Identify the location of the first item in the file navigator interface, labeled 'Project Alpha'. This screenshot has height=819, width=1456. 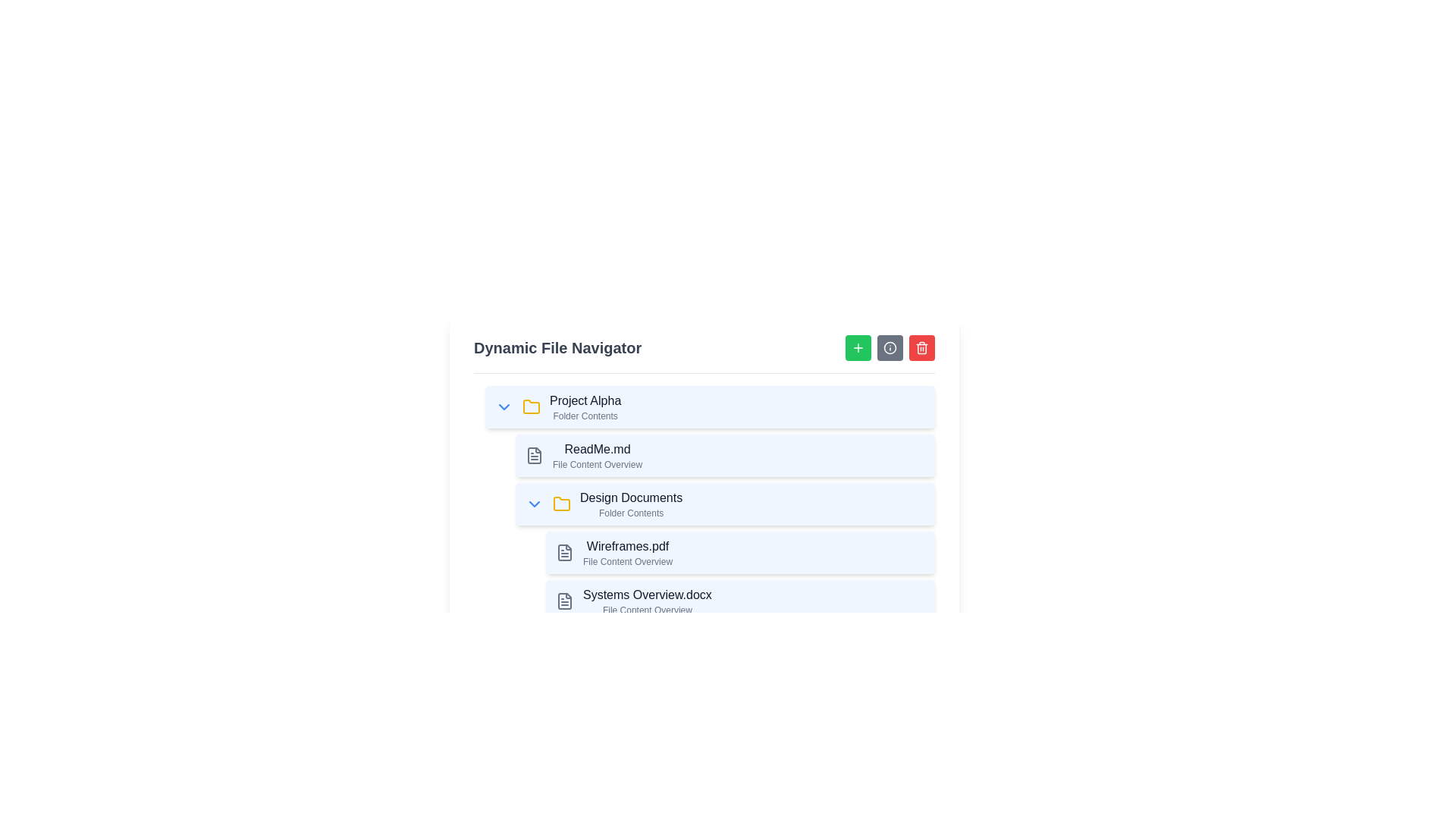
(709, 406).